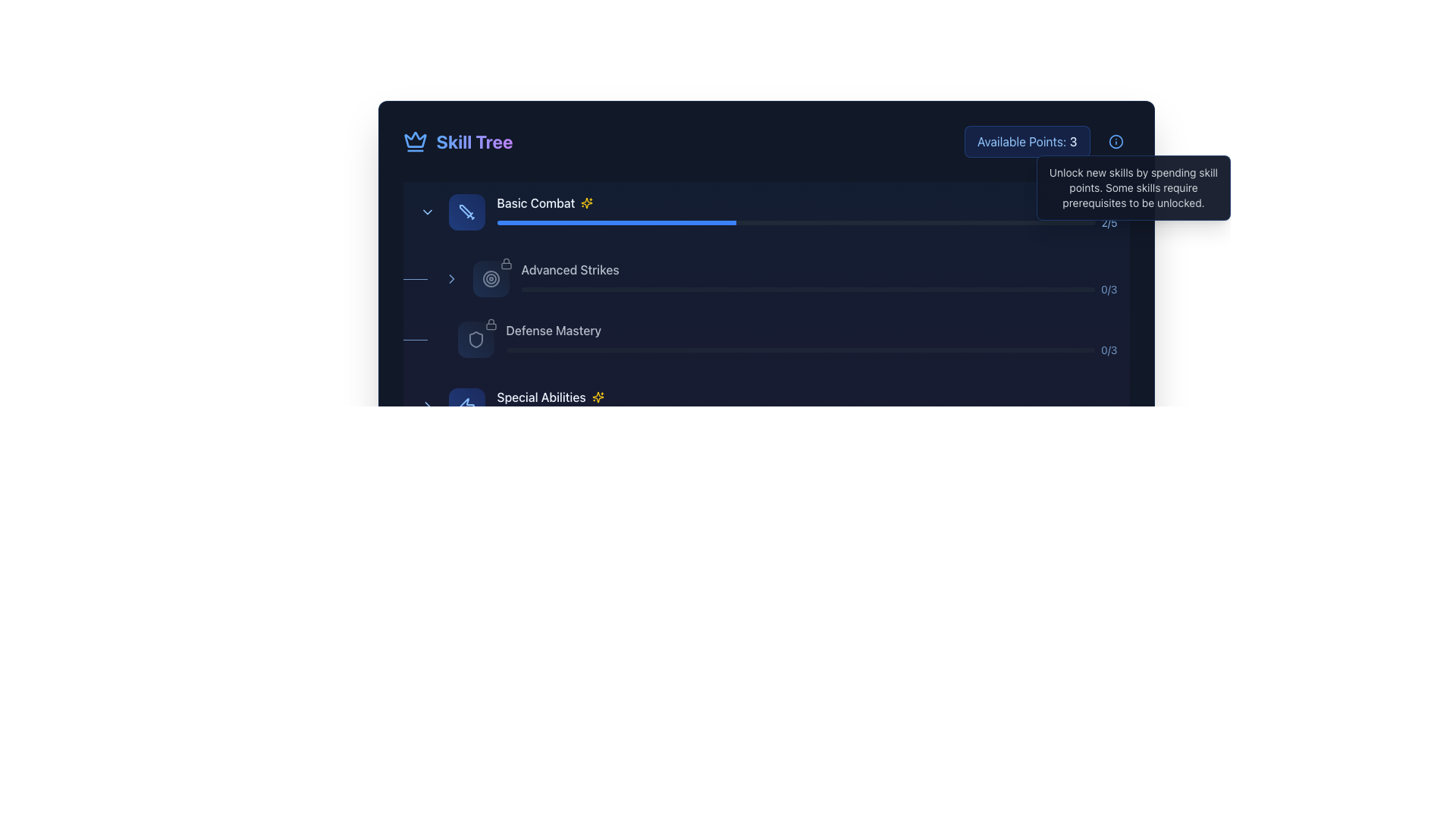 The image size is (1456, 819). What do you see at coordinates (475, 338) in the screenshot?
I see `the 'Defense Mastery' skill icon, which is the third icon in the vertical list of skill-related icons, located between 'Advanced Strikes' and 'Special Abilities'` at bounding box center [475, 338].